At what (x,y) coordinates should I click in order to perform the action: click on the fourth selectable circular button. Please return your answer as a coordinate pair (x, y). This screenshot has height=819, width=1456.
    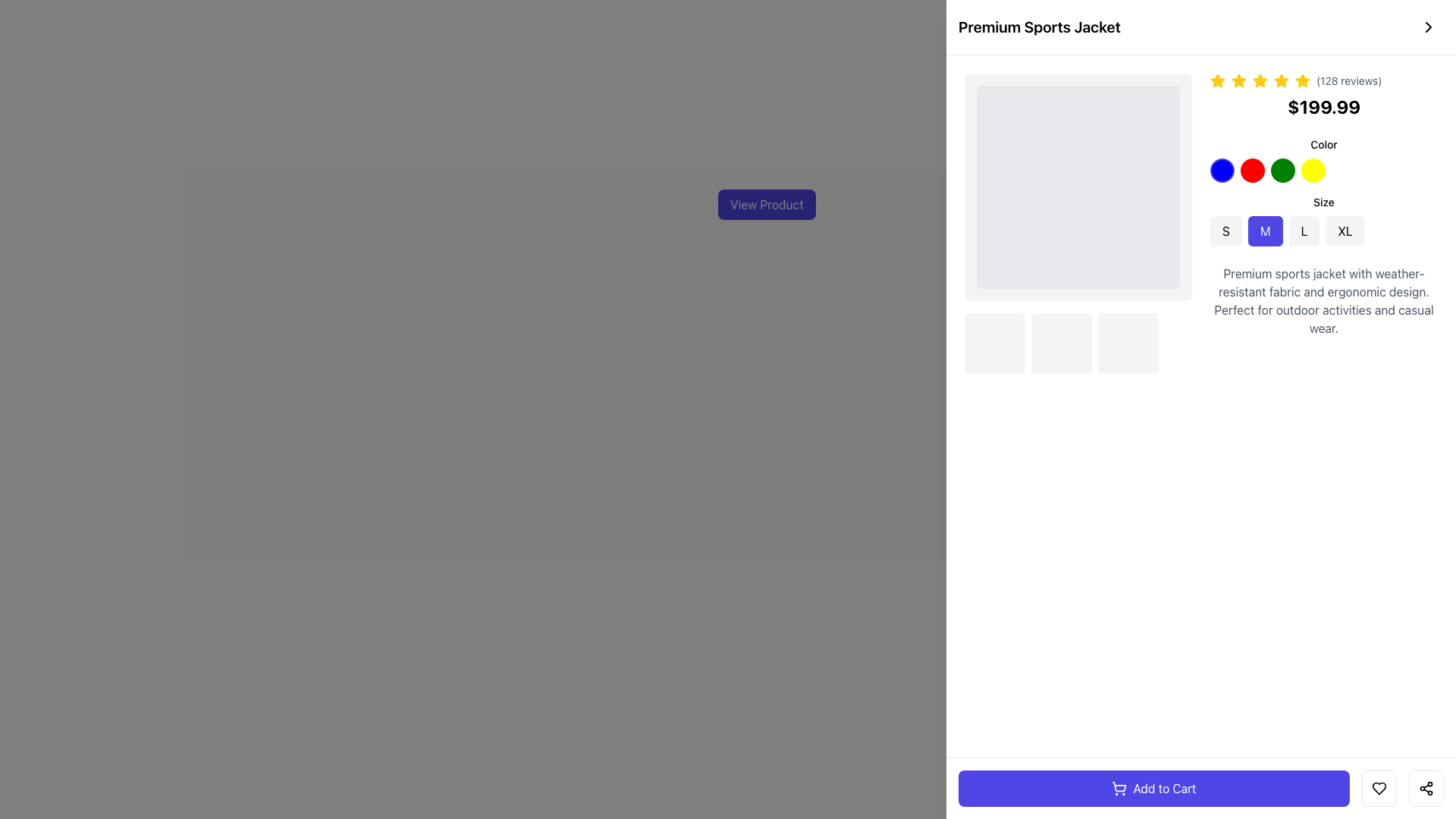
    Looking at the image, I should click on (1323, 170).